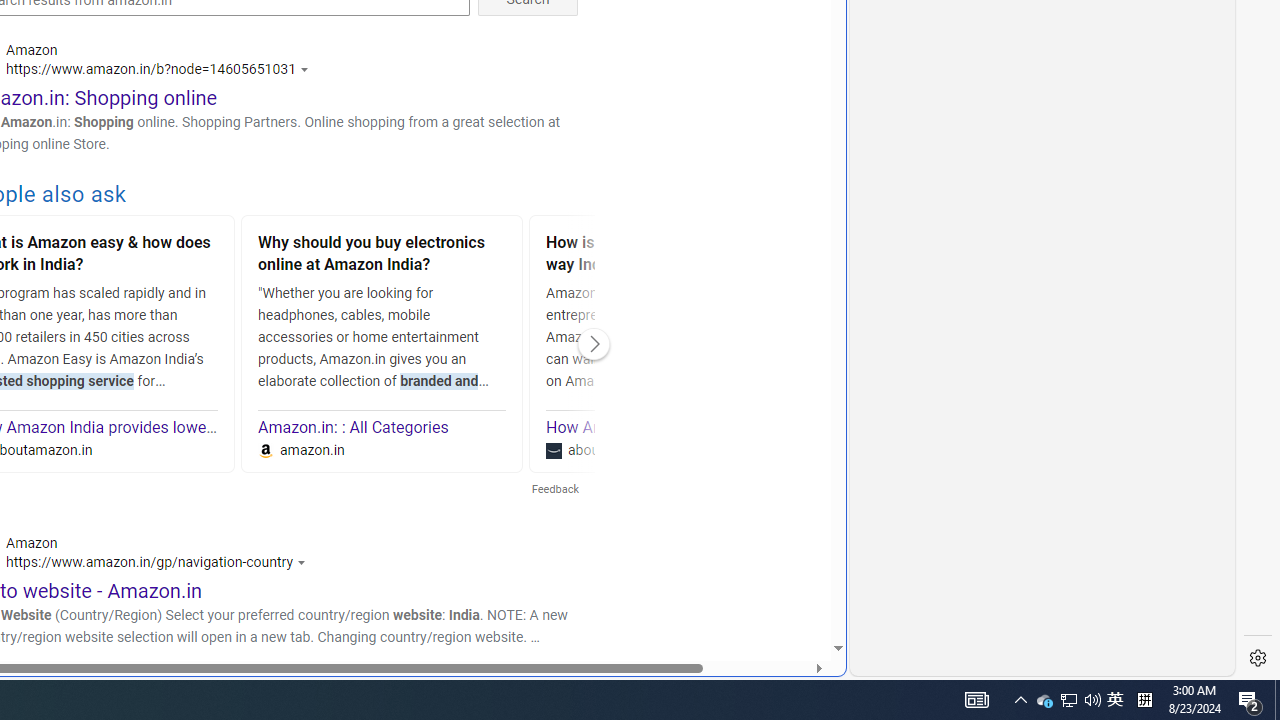 The width and height of the screenshot is (1280, 720). Describe the element at coordinates (791, 587) in the screenshot. I see `'Search more'` at that location.